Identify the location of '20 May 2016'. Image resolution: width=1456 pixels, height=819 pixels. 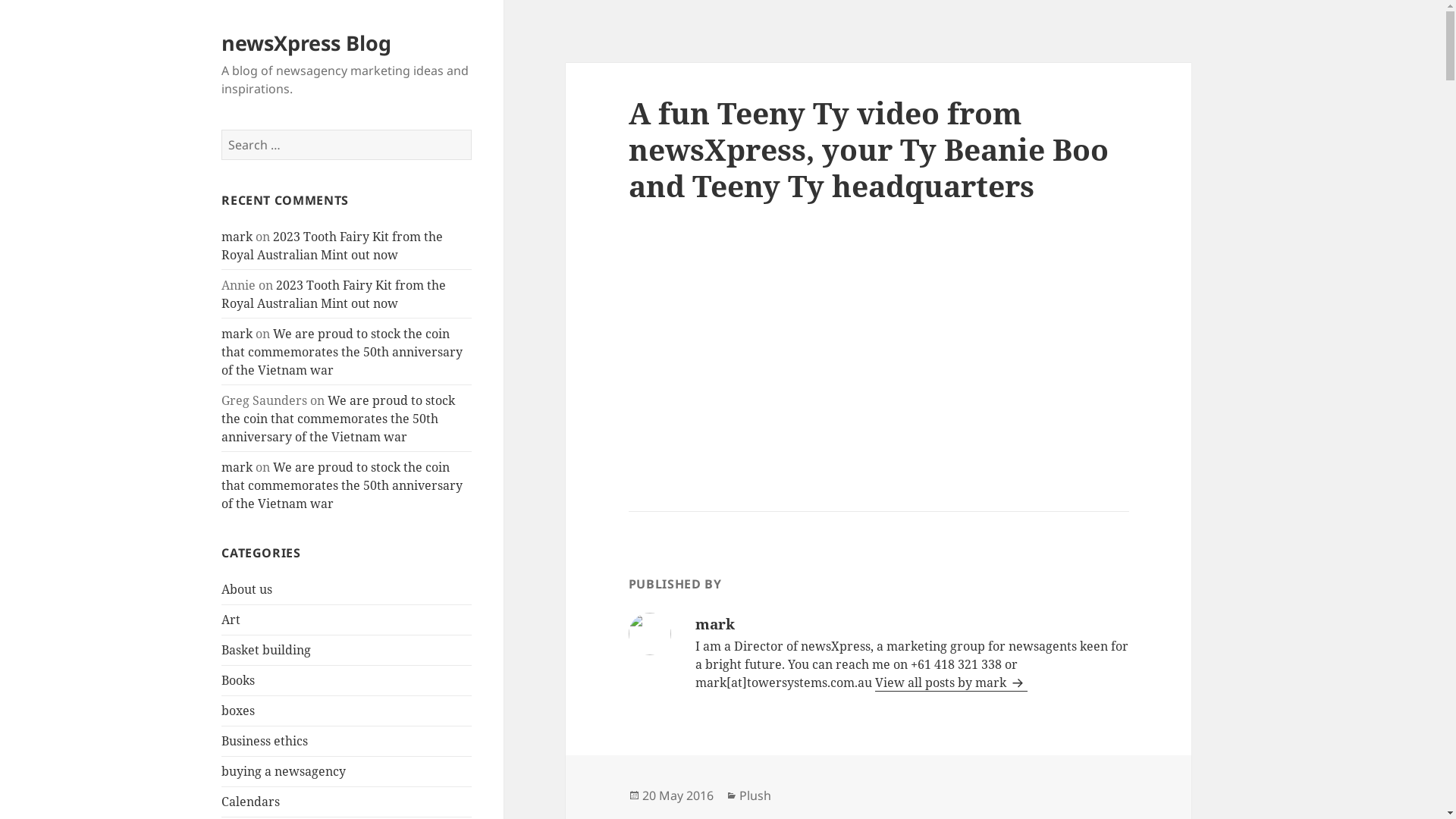
(676, 795).